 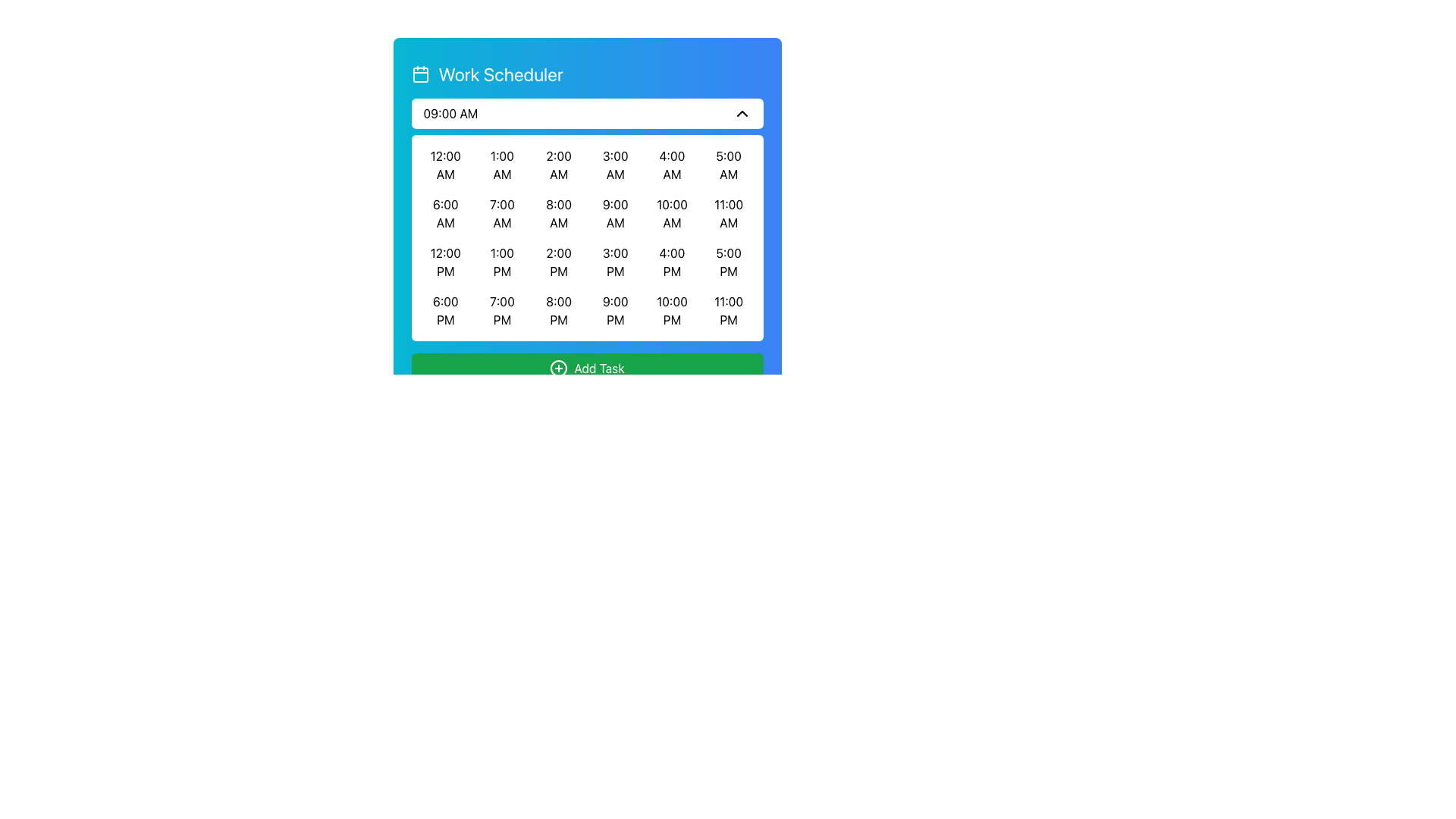 I want to click on the '9:00 AM' button in the second row, fourth column of the time options grid, so click(x=615, y=213).